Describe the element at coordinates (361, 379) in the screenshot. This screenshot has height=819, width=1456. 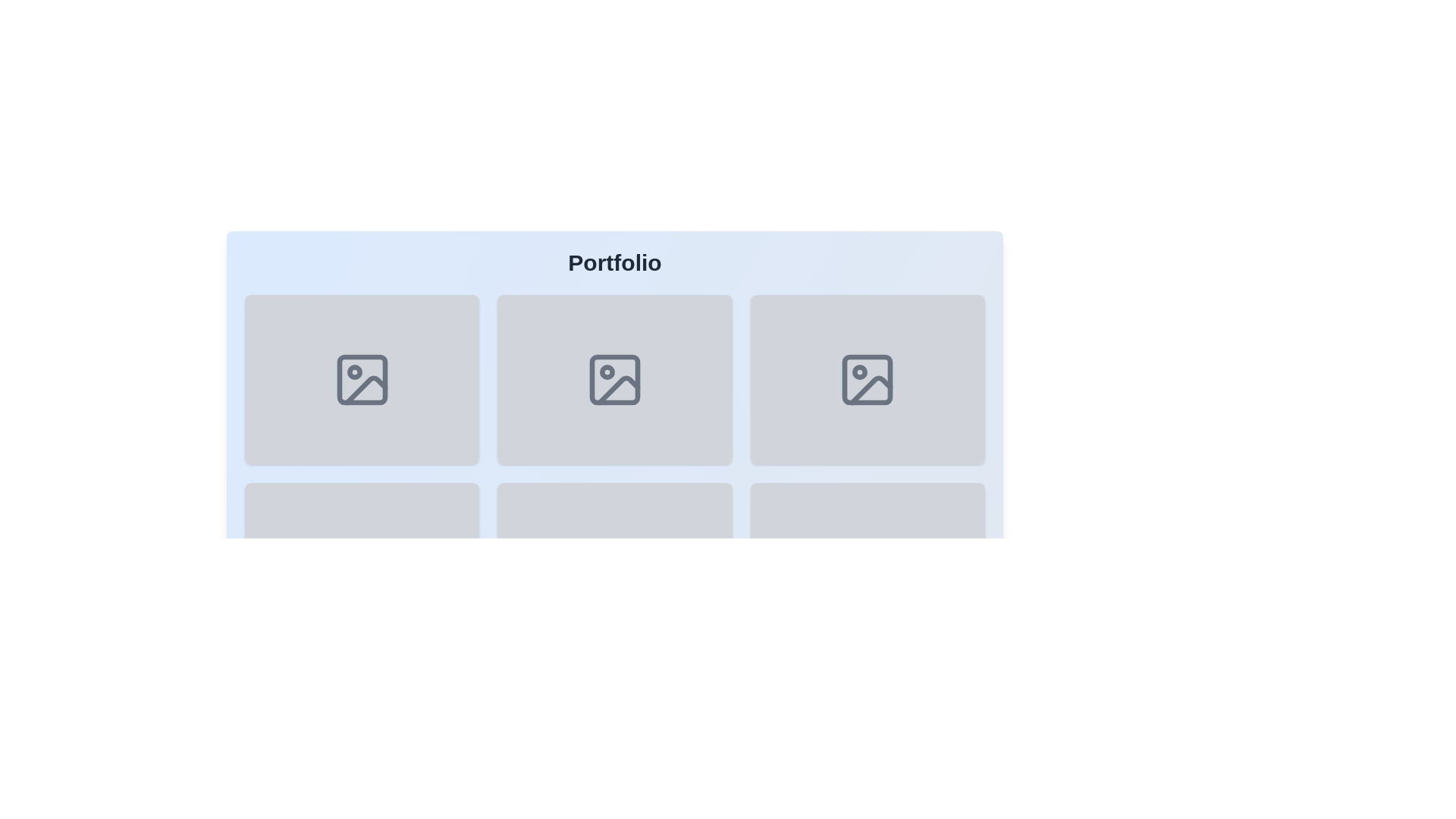
I see `collapse button of the expanded portfolio item` at that location.